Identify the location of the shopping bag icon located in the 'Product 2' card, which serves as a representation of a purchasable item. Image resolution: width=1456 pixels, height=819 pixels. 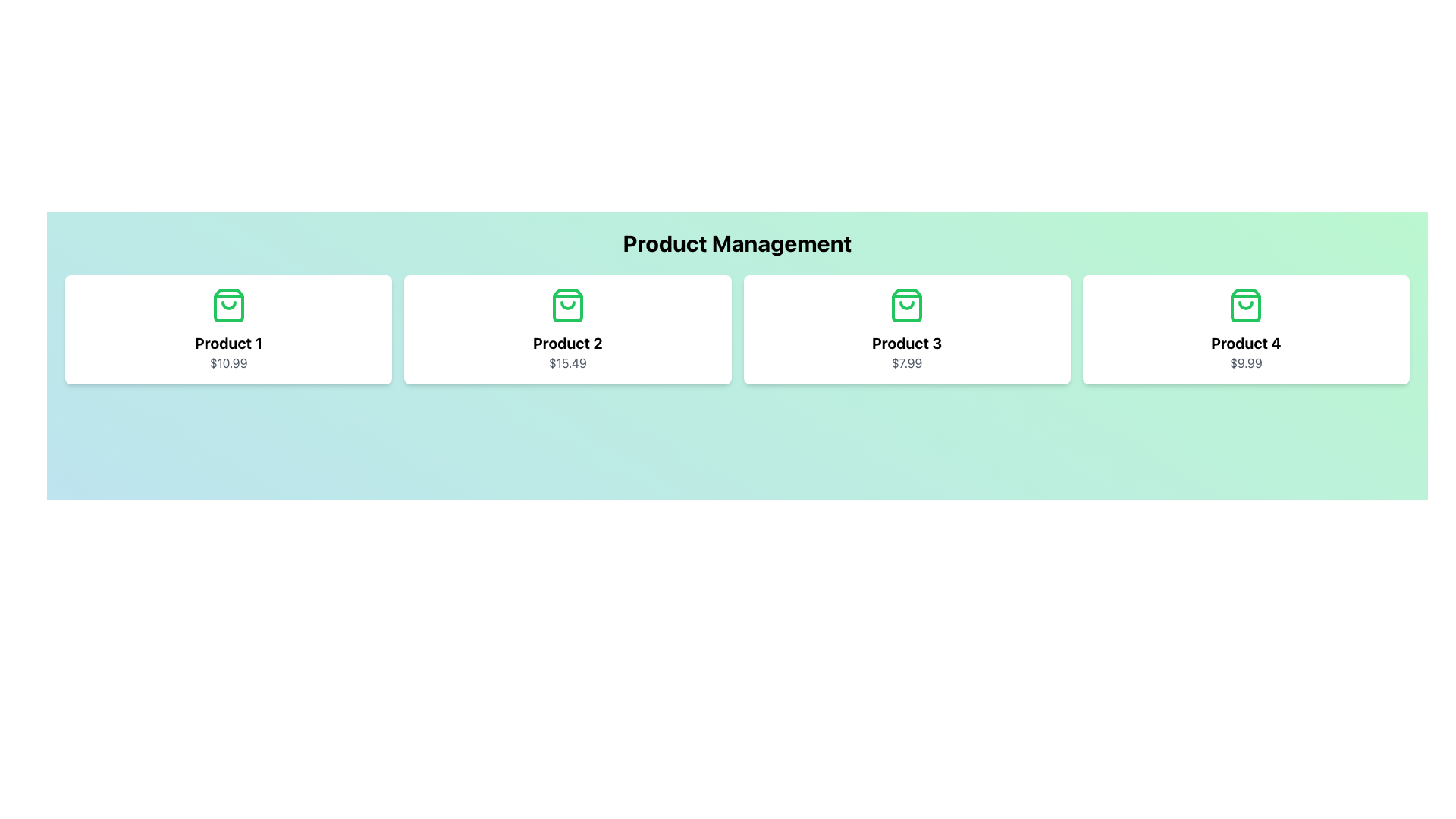
(566, 305).